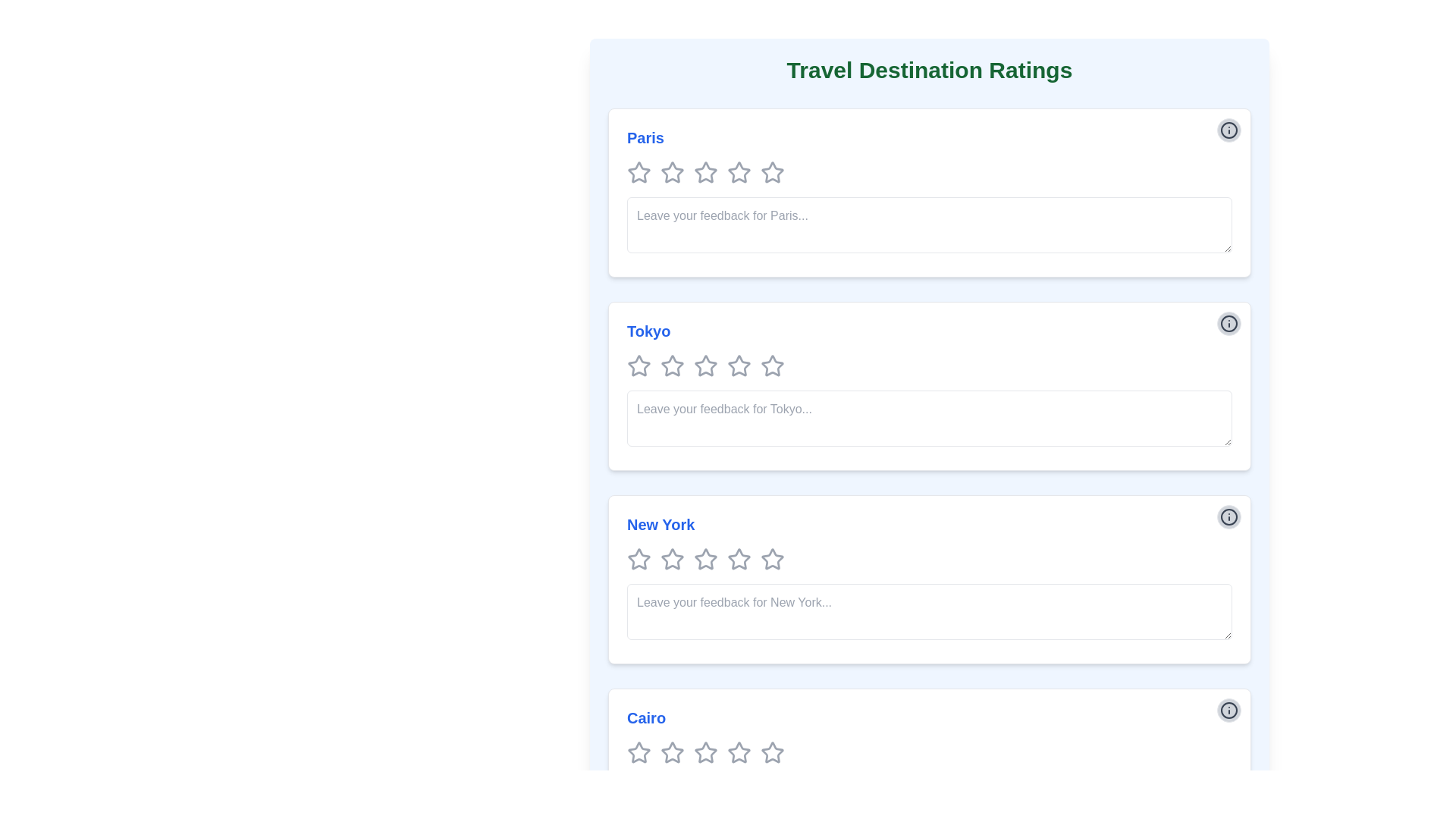 This screenshot has height=819, width=1456. What do you see at coordinates (739, 171) in the screenshot?
I see `the sixth star icon in the group of seven star icons` at bounding box center [739, 171].